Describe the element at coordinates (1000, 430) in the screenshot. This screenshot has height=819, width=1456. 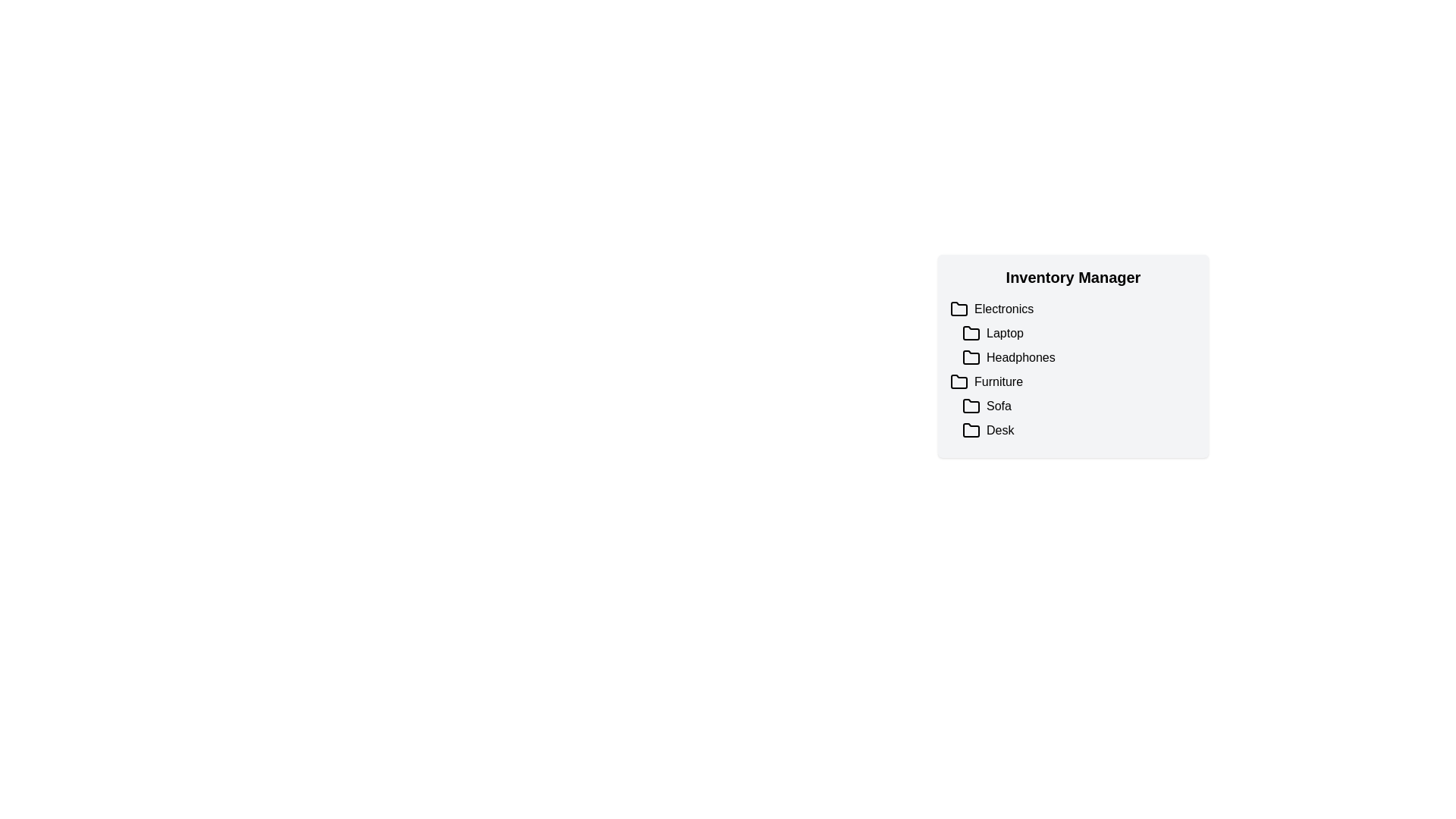
I see `the text label displaying 'Desk', which is the last item in the vertical list under 'Inventory Manager'` at that location.